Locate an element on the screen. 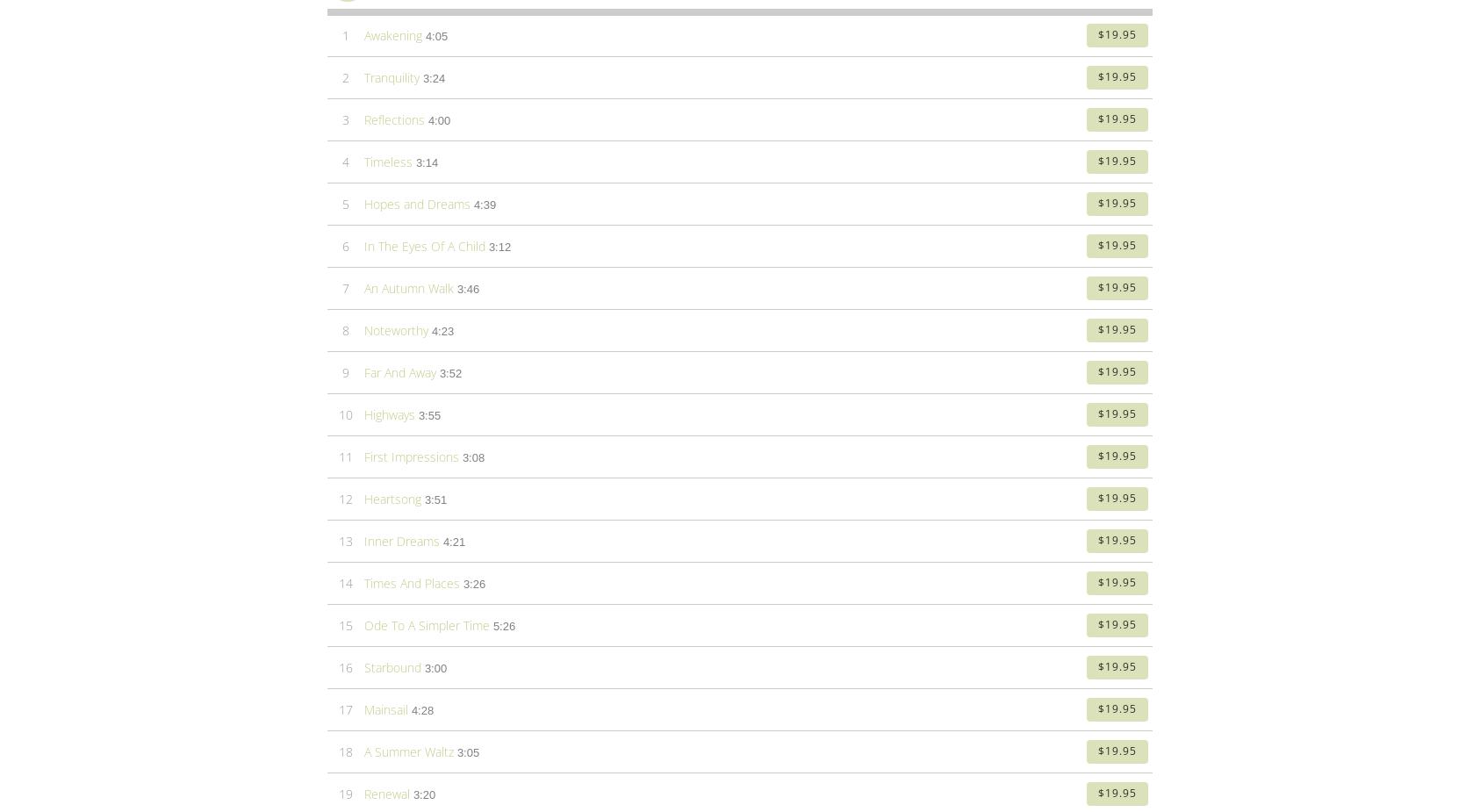  '49' is located at coordinates (344, 250).